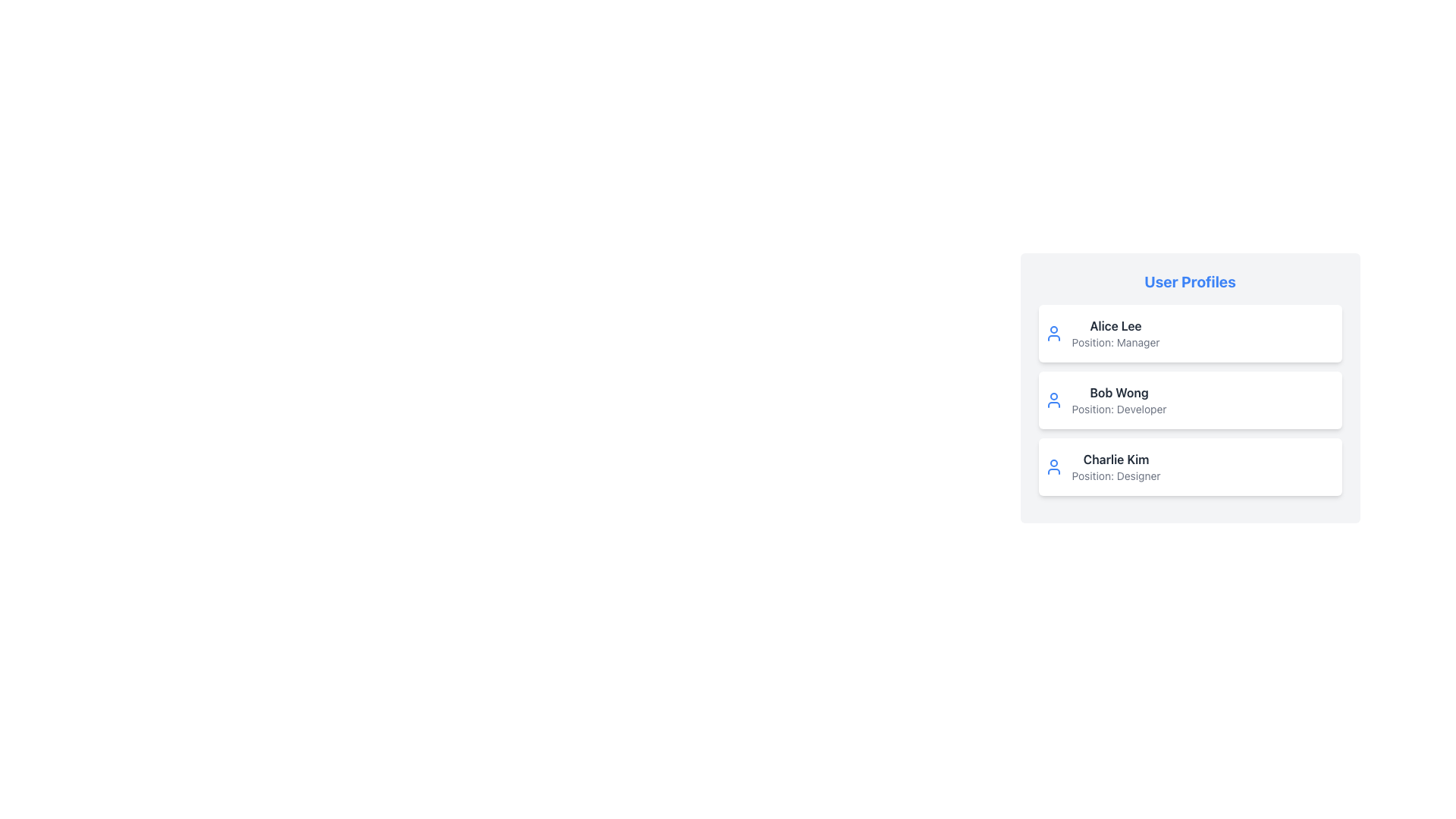 This screenshot has height=819, width=1456. What do you see at coordinates (1119, 409) in the screenshot?
I see `the text label displaying 'Position: Developer' located in the second user profile card beneath 'Bob Wong'` at bounding box center [1119, 409].